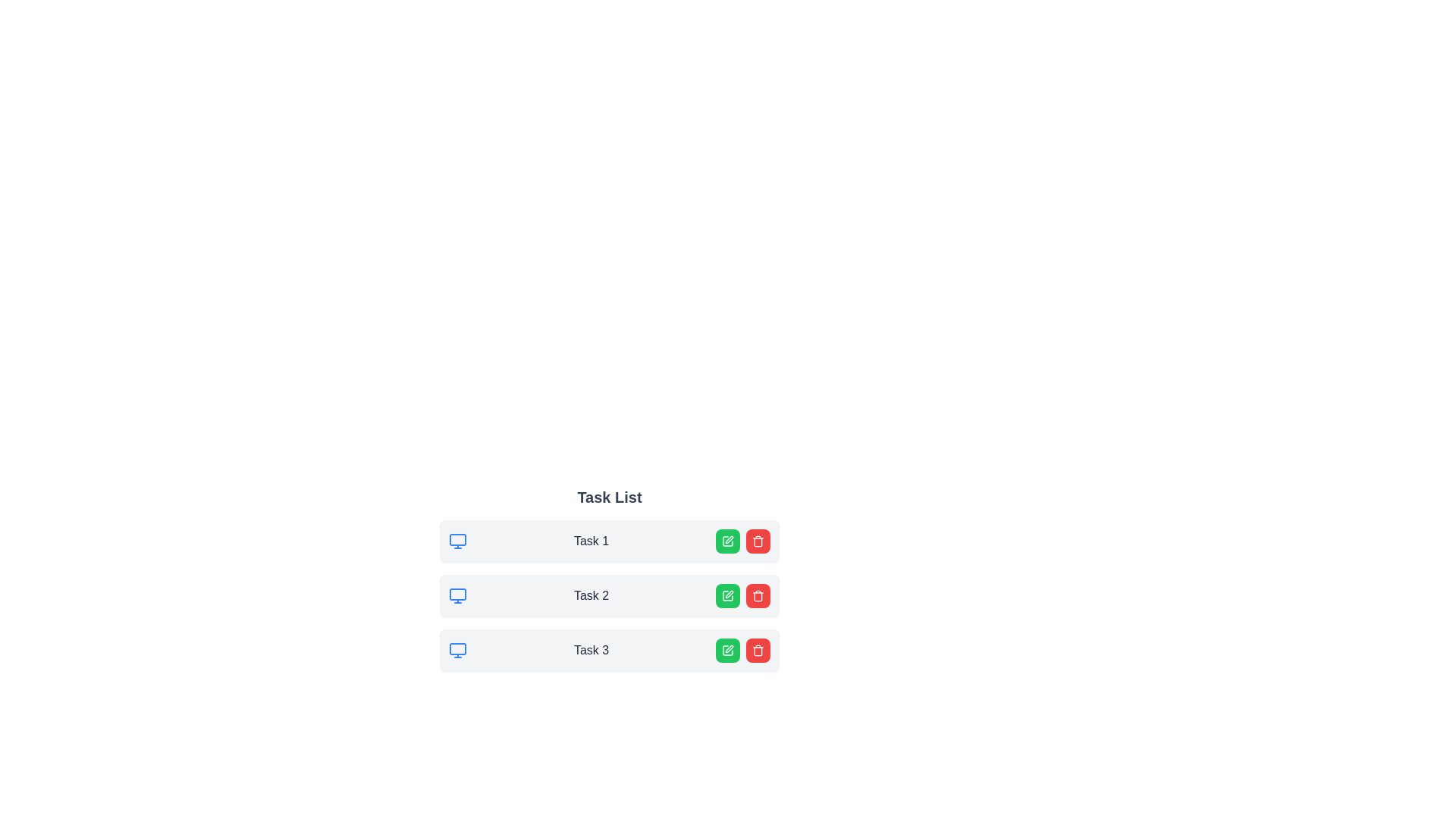  What do you see at coordinates (728, 595) in the screenshot?
I see `the rounded green button with a white pen icon located on the right side of the second row of the task list` at bounding box center [728, 595].